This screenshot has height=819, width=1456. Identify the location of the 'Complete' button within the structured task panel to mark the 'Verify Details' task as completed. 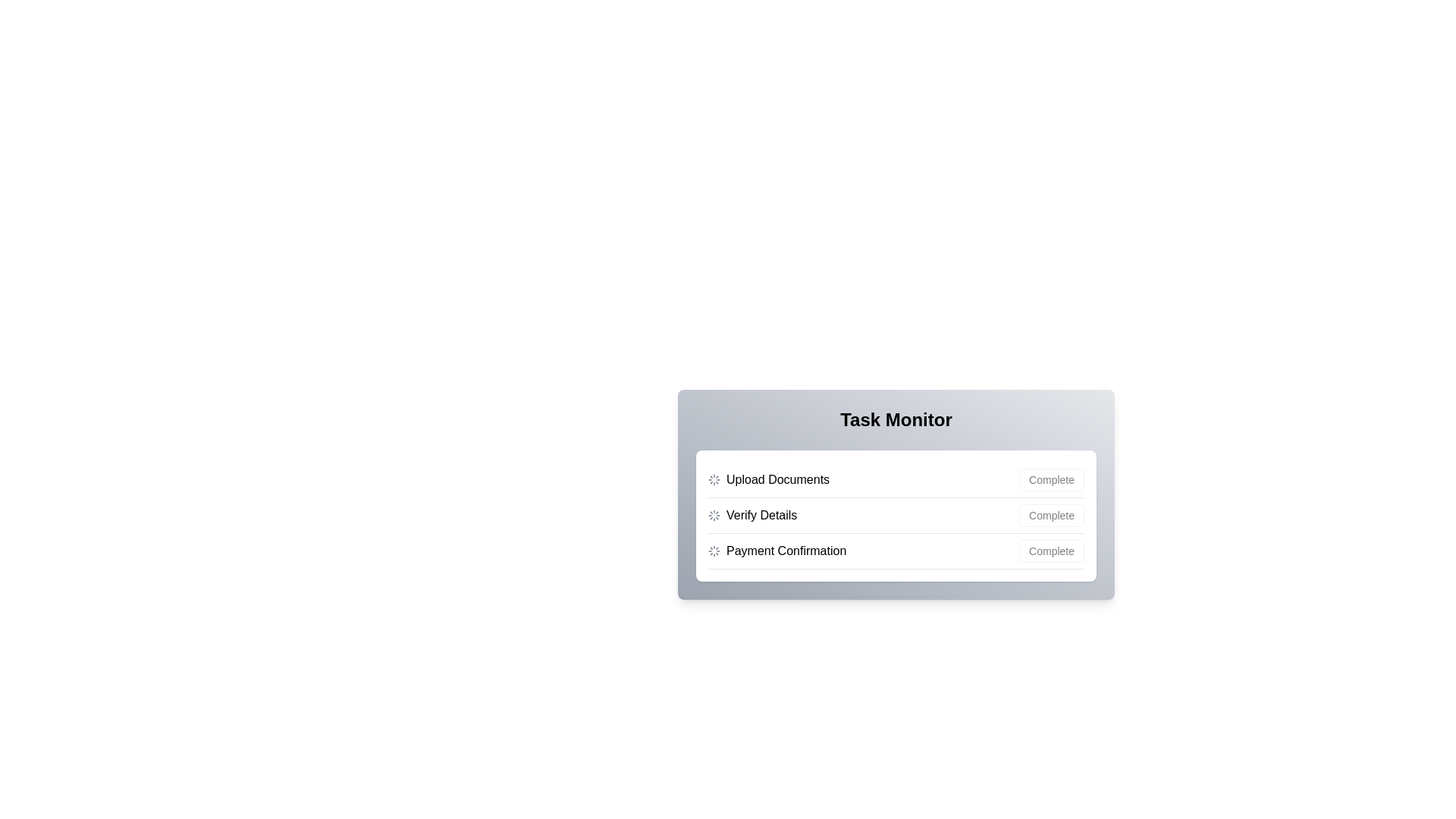
(1023, 509).